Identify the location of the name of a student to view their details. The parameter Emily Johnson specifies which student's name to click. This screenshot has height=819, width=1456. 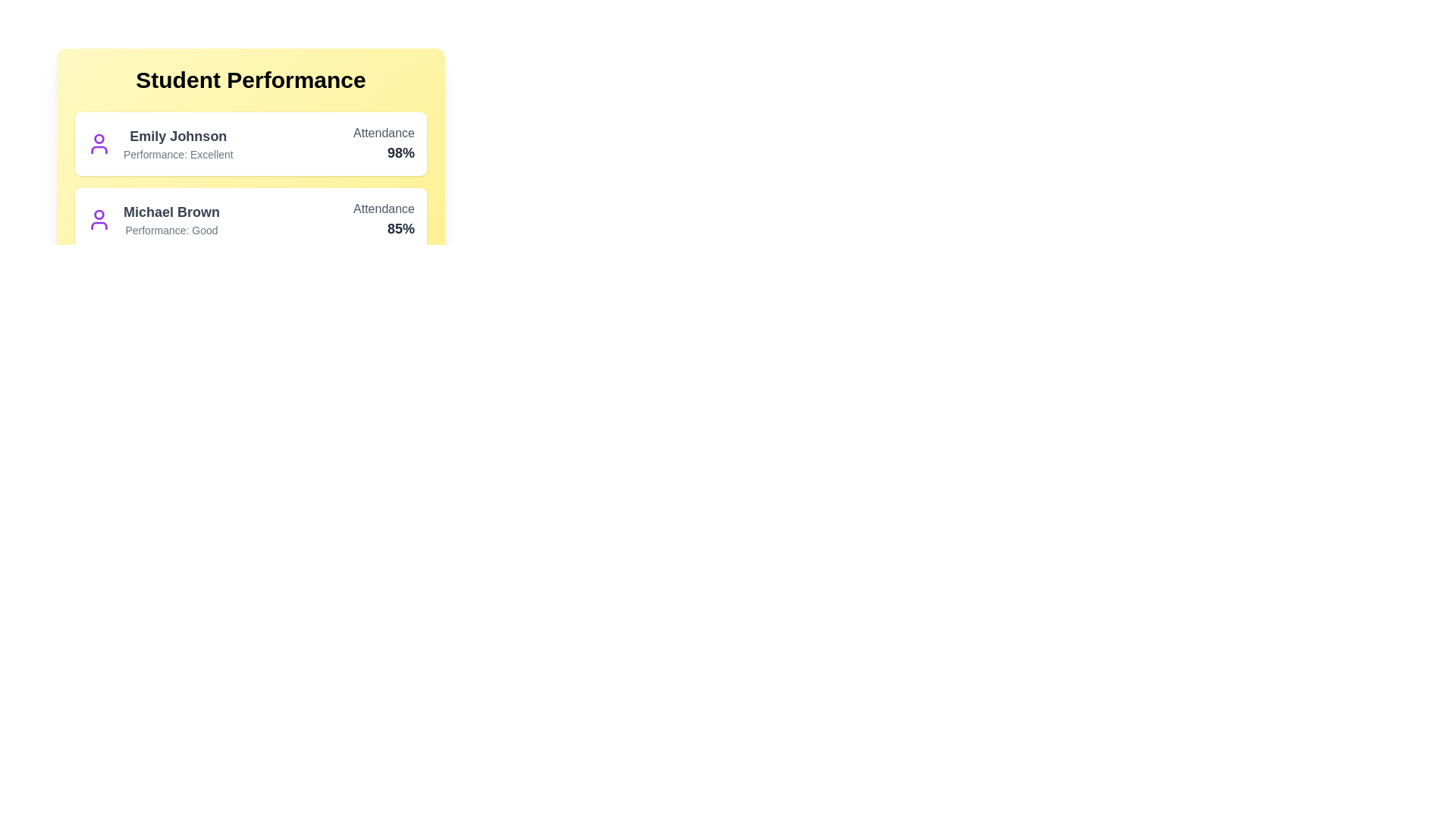
(178, 136).